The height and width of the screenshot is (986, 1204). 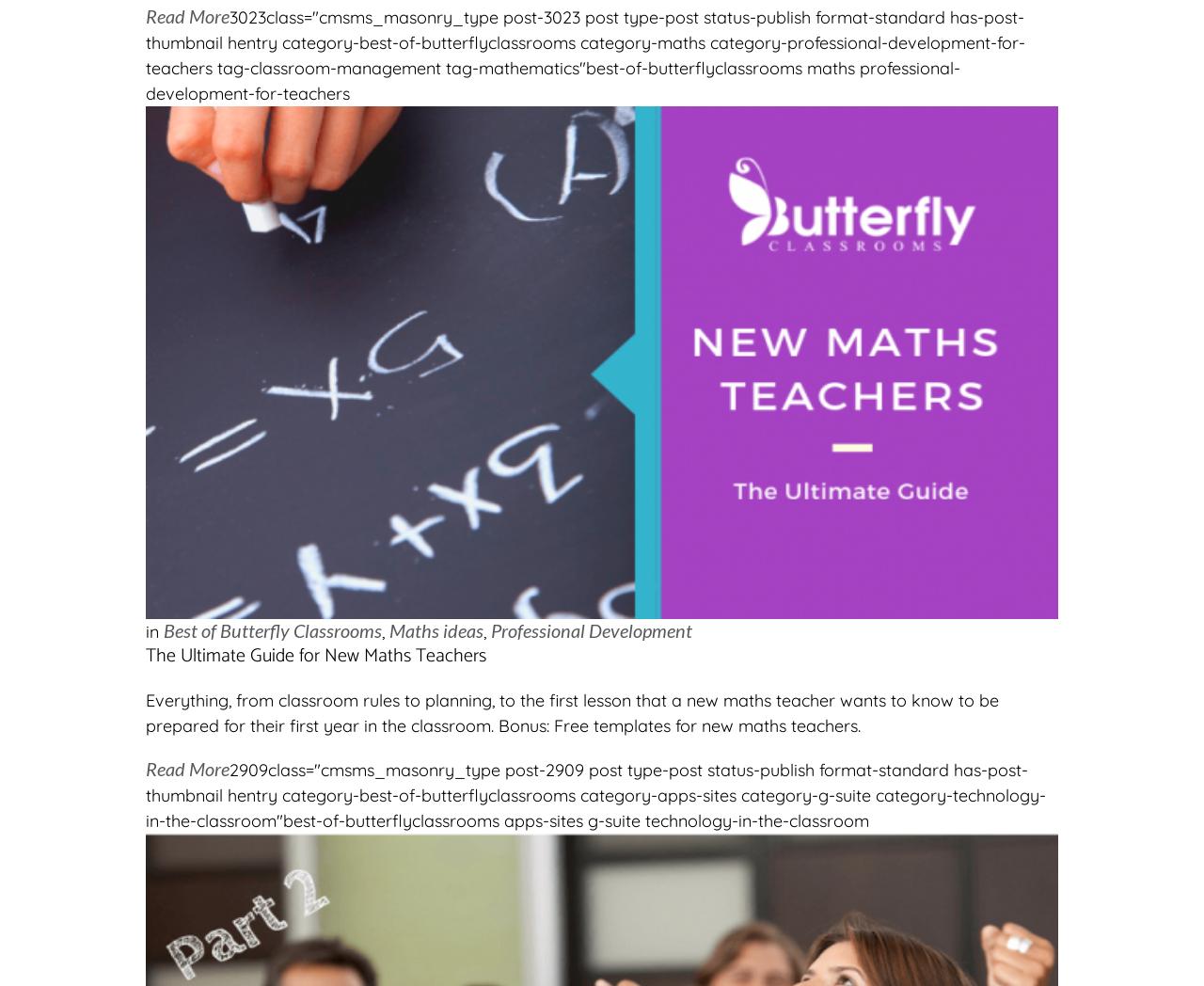 What do you see at coordinates (490, 629) in the screenshot?
I see `'Professional Development'` at bounding box center [490, 629].